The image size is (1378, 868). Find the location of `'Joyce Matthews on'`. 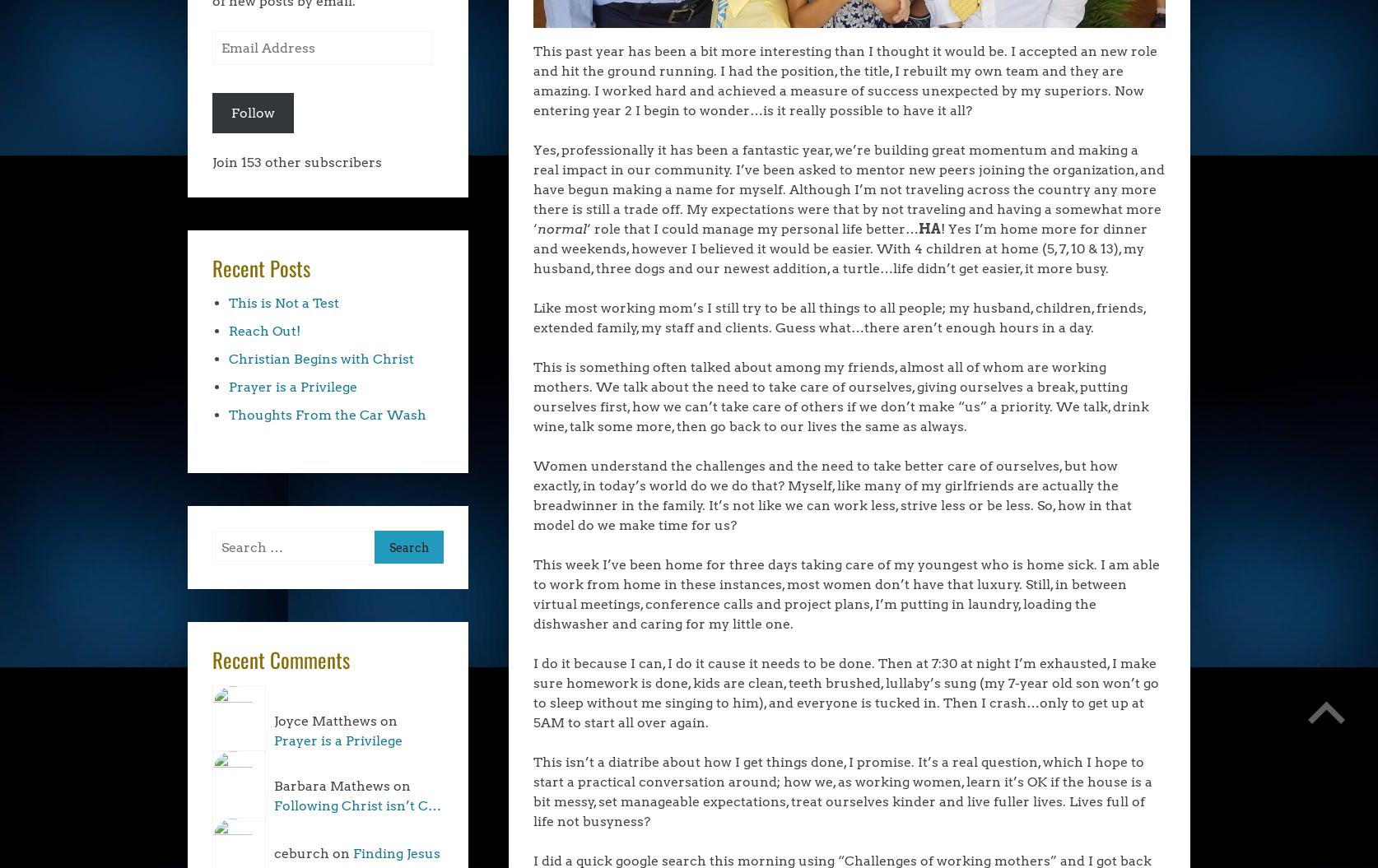

'Joyce Matthews on' is located at coordinates (335, 720).